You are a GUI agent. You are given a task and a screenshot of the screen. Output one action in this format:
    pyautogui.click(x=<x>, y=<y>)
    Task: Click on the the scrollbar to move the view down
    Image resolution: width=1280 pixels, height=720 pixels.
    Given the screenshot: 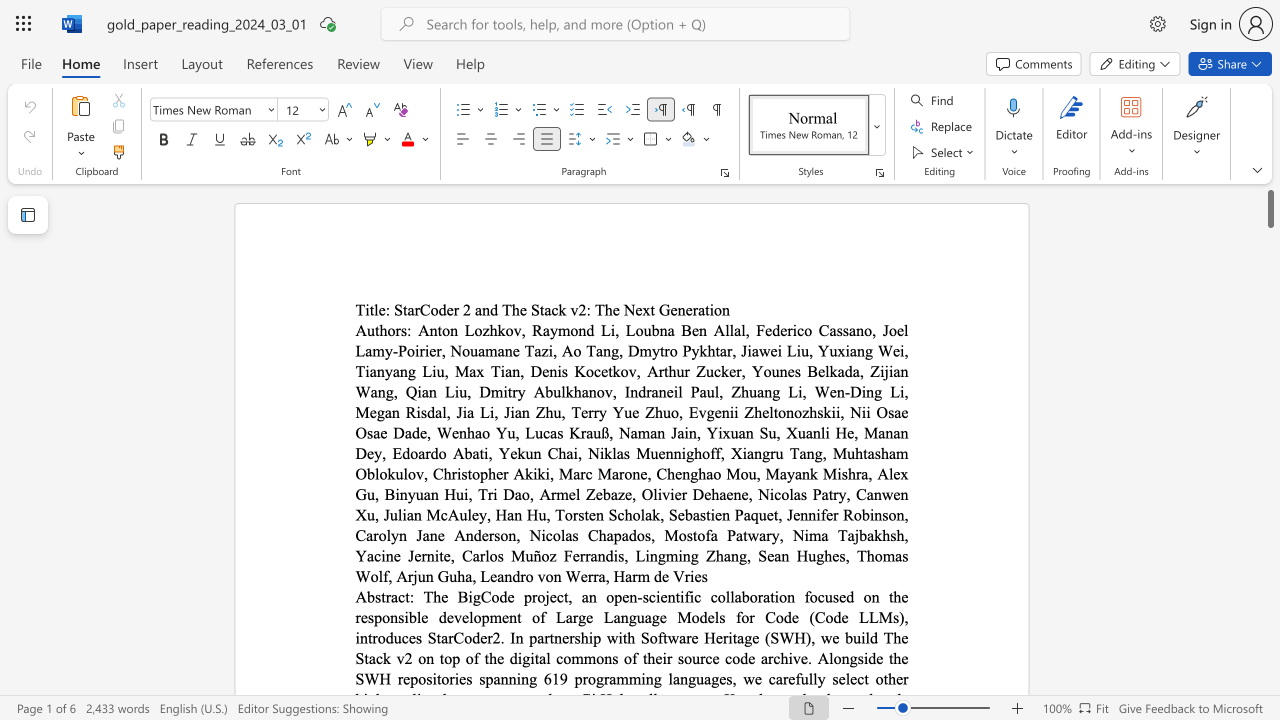 What is the action you would take?
    pyautogui.click(x=1269, y=588)
    